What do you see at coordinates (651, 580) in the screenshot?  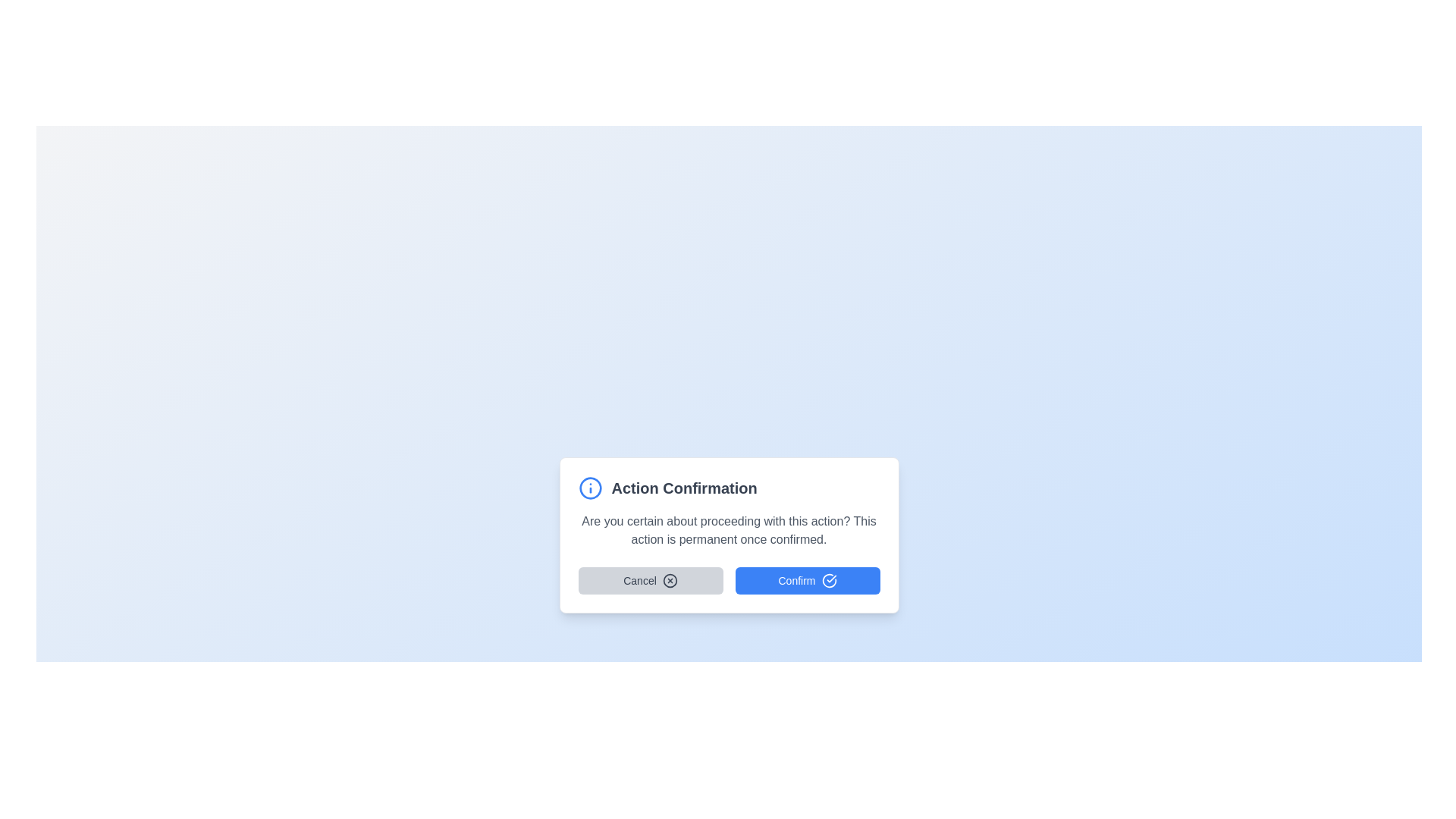 I see `the 'Cancel' button, which is a rounded rectangular button with a light gray background and dark gray text, located to the left of the 'Confirm' button in the confirmation dialog` at bounding box center [651, 580].